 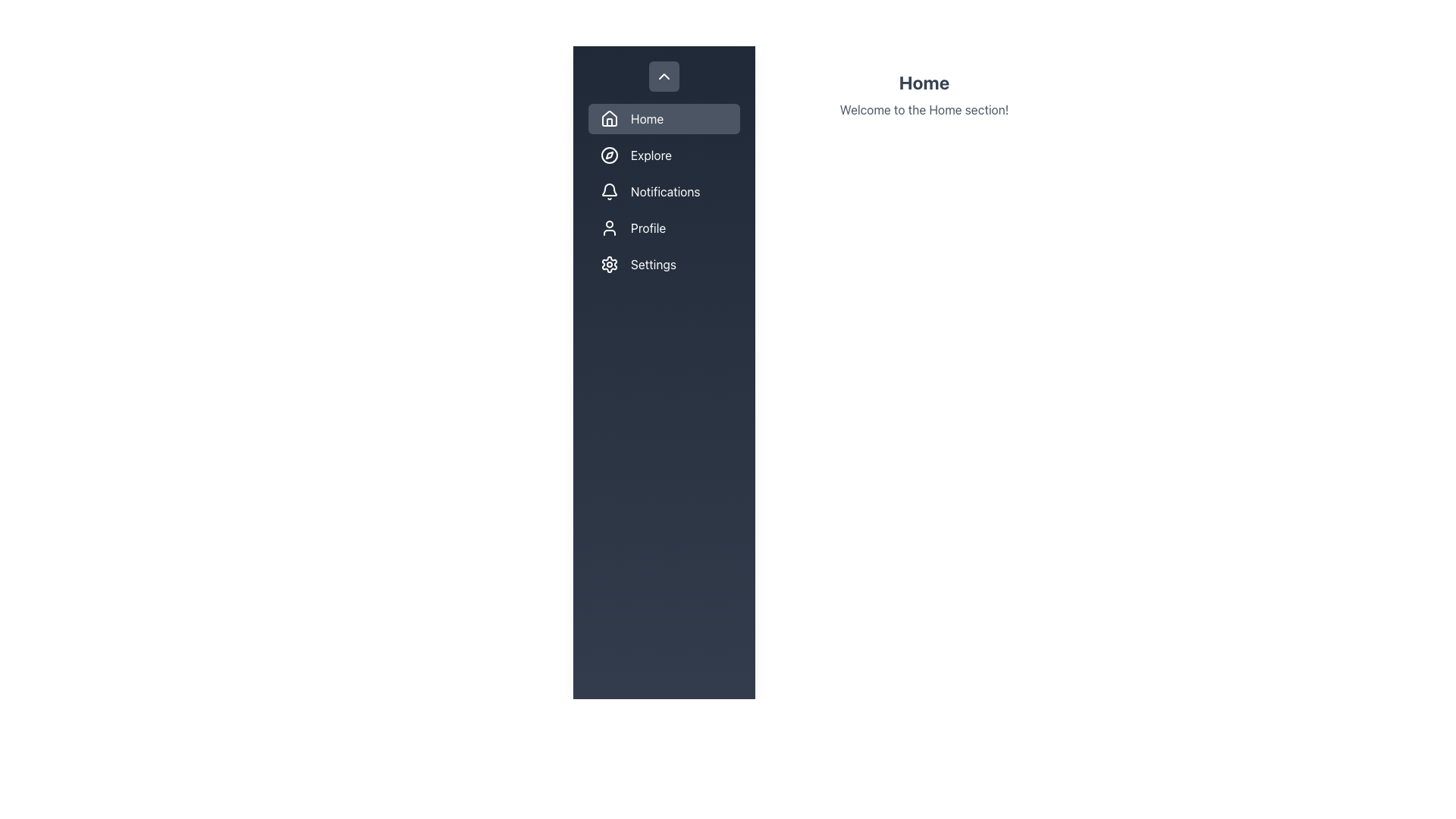 I want to click on the 'Profile' button located in the vertical navigation list within the sidebar, so click(x=664, y=227).